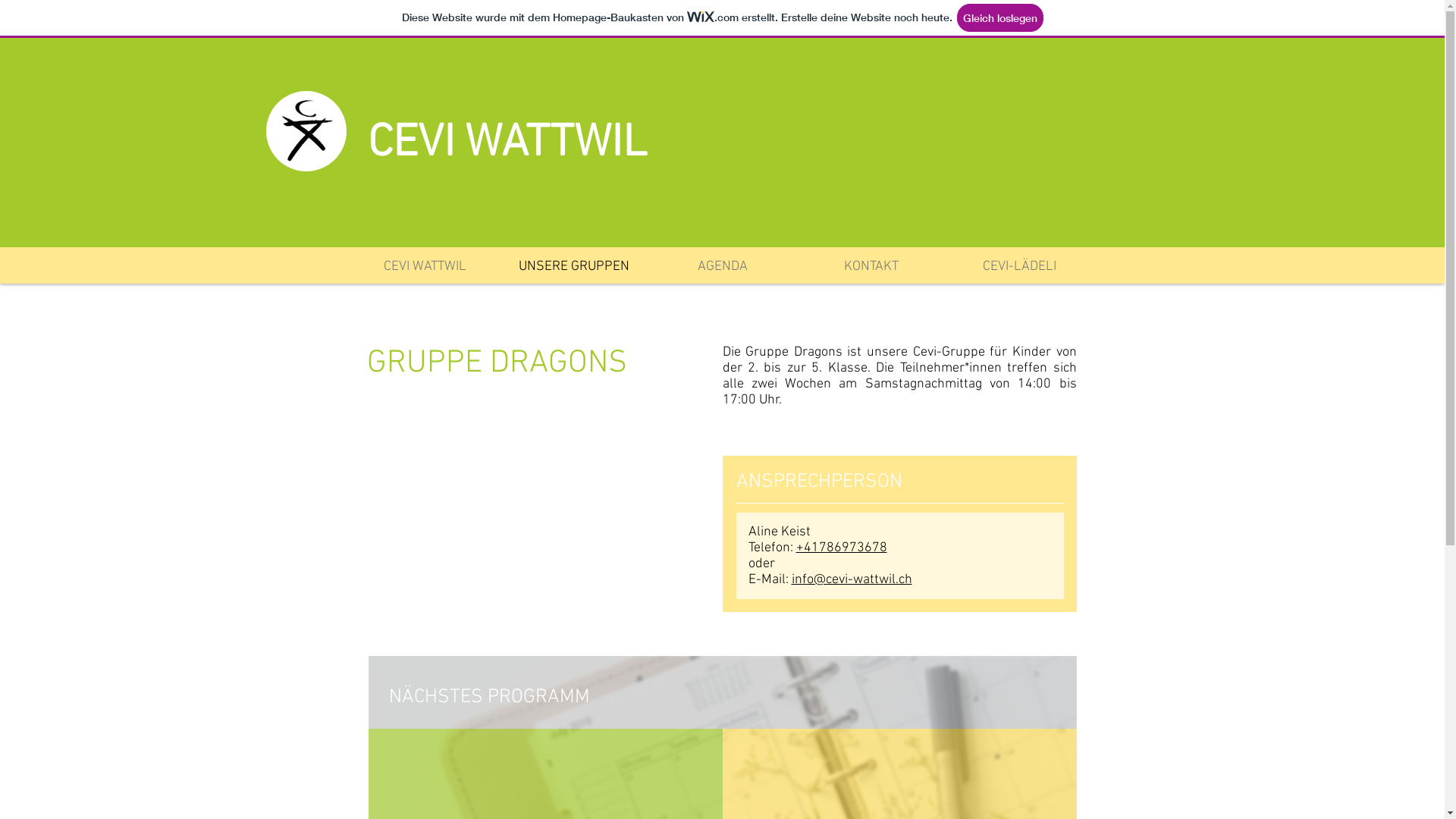  What do you see at coordinates (870, 265) in the screenshot?
I see `'KONTAKT'` at bounding box center [870, 265].